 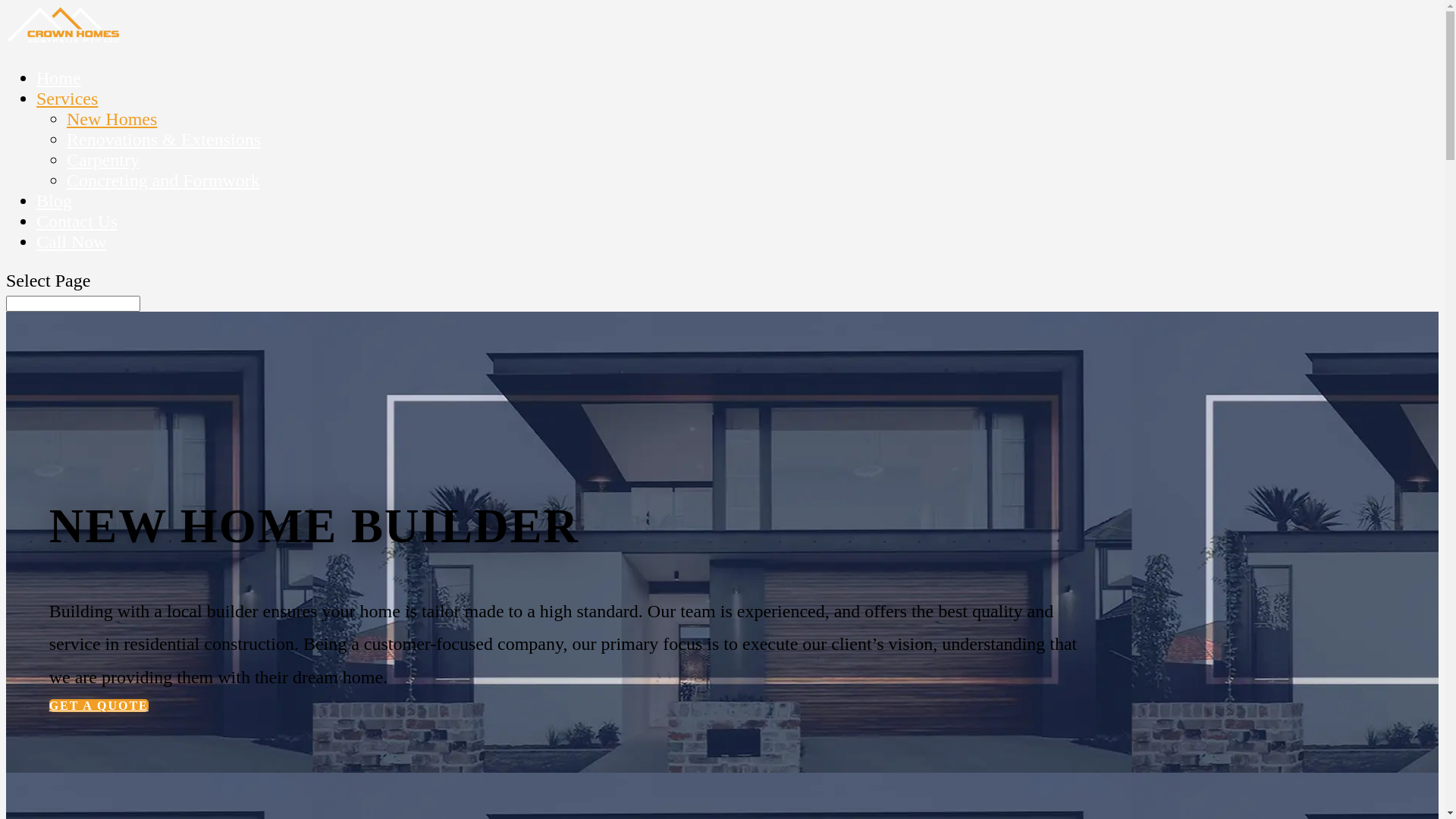 What do you see at coordinates (65, 118) in the screenshot?
I see `'New Homes'` at bounding box center [65, 118].